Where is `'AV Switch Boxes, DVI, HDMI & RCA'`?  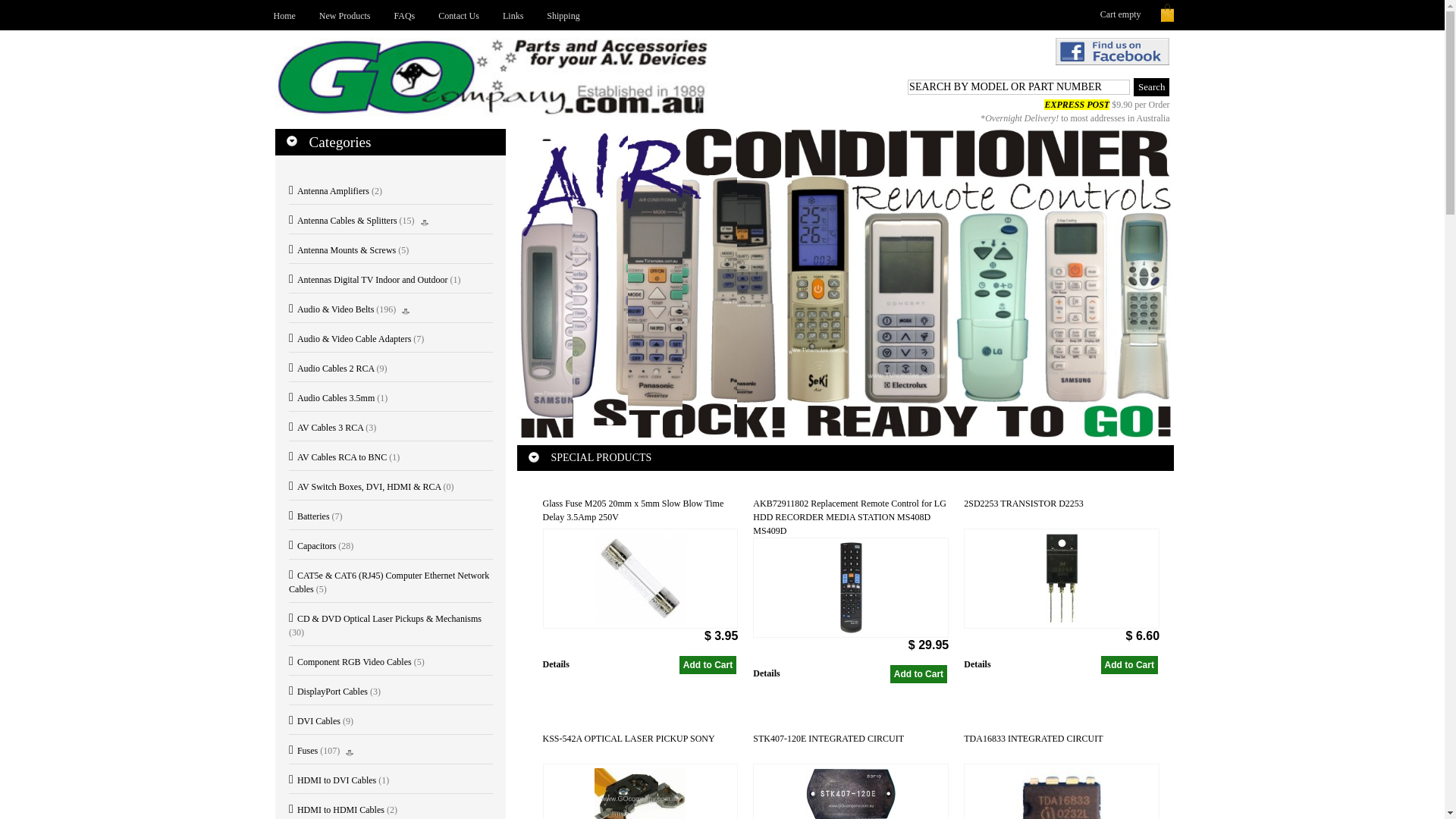
'AV Switch Boxes, DVI, HDMI & RCA' is located at coordinates (364, 486).